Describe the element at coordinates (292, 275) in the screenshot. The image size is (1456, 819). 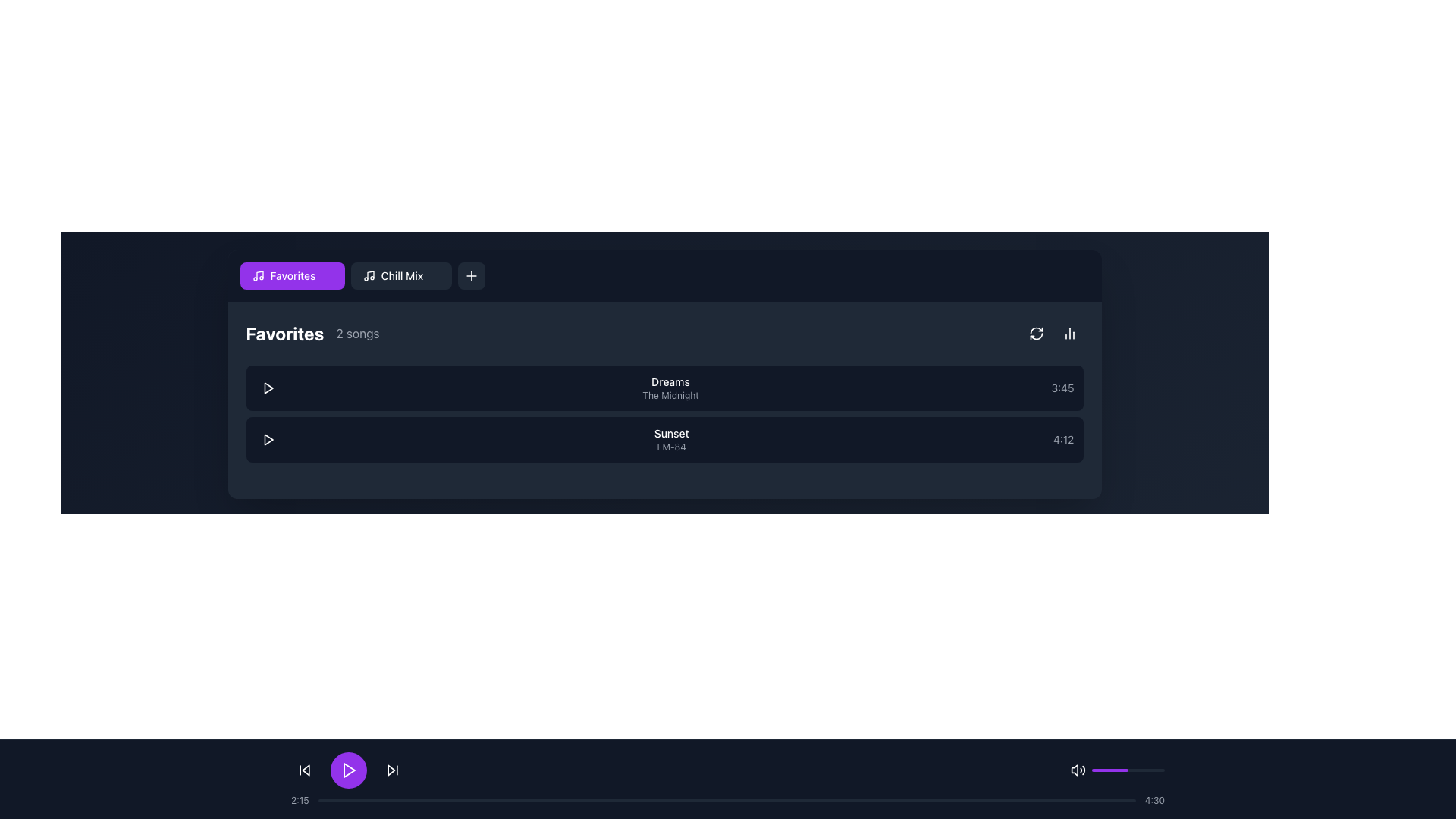
I see `the 'Favorites' button, which is the first button in a horizontal list at the top of a card-like section` at that location.